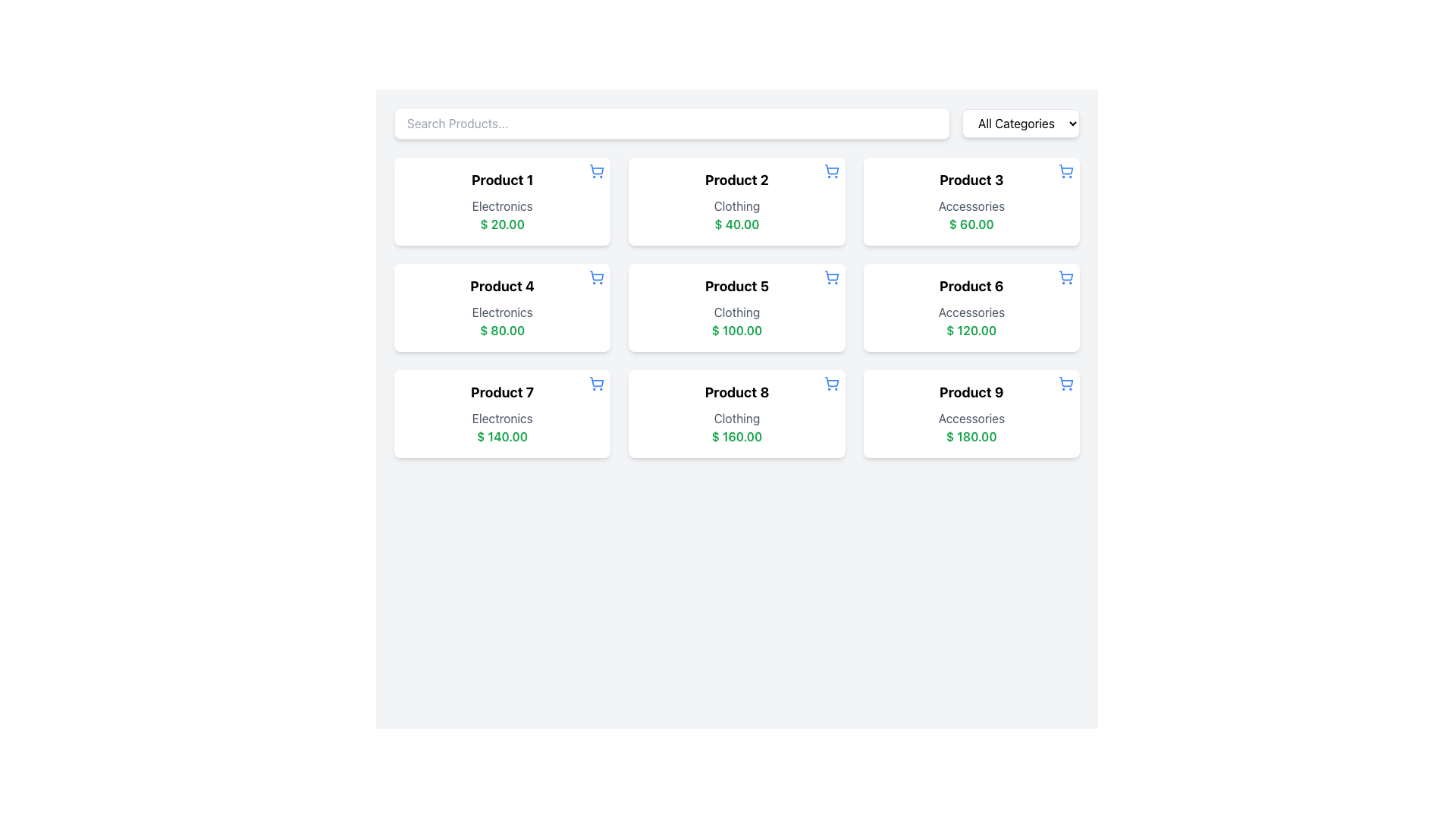  What do you see at coordinates (502, 180) in the screenshot?
I see `the text element labeled 'Product 1', which is styled in bold and located at the top-center of a card-like component` at bounding box center [502, 180].